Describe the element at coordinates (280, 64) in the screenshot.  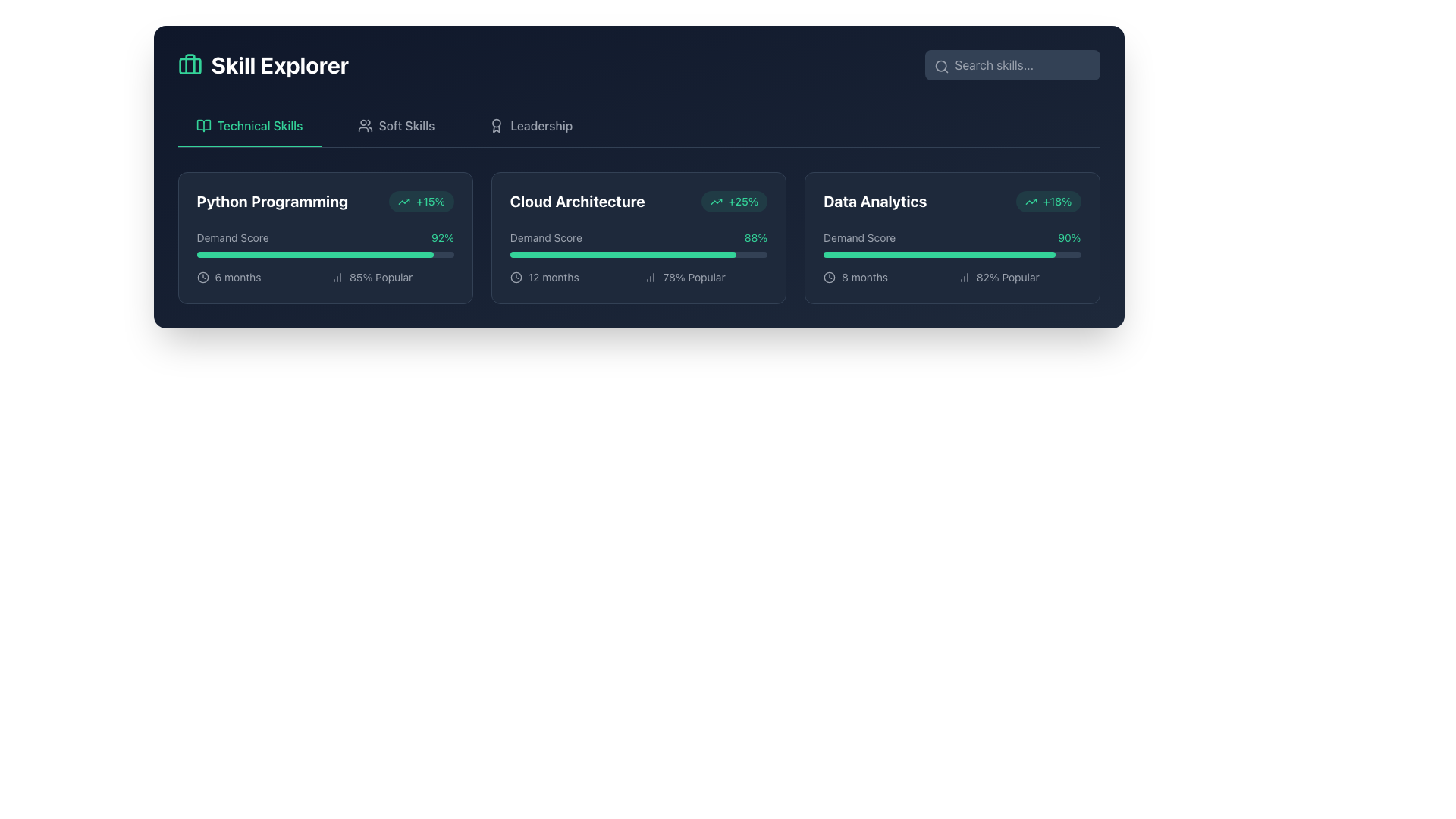
I see `the 'Skill Explorer' static text element, which is styled in large, bold white font and is located to the right of a green briefcase icon in the upper left section of the interface` at that location.